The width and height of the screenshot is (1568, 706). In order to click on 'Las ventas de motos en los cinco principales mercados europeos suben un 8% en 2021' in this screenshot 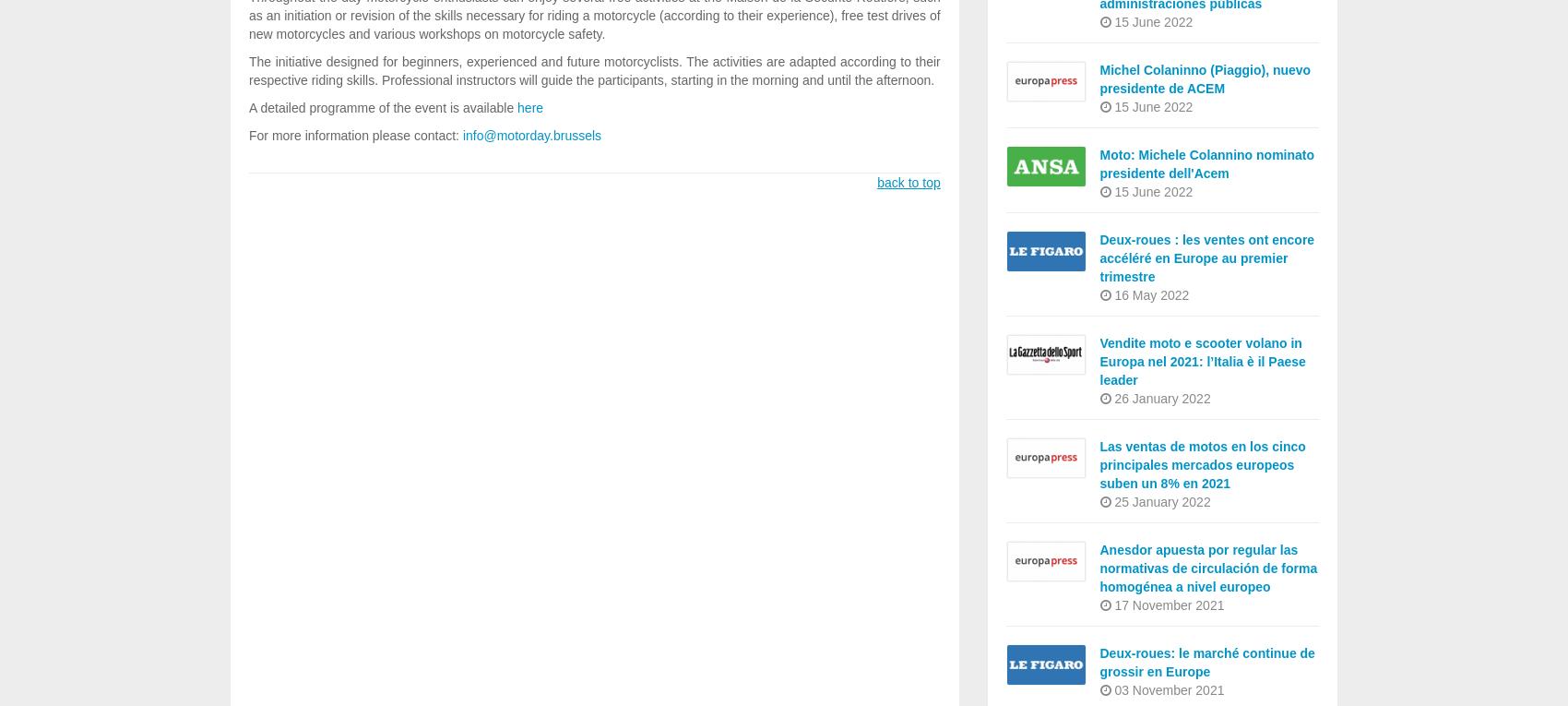, I will do `click(1202, 464)`.